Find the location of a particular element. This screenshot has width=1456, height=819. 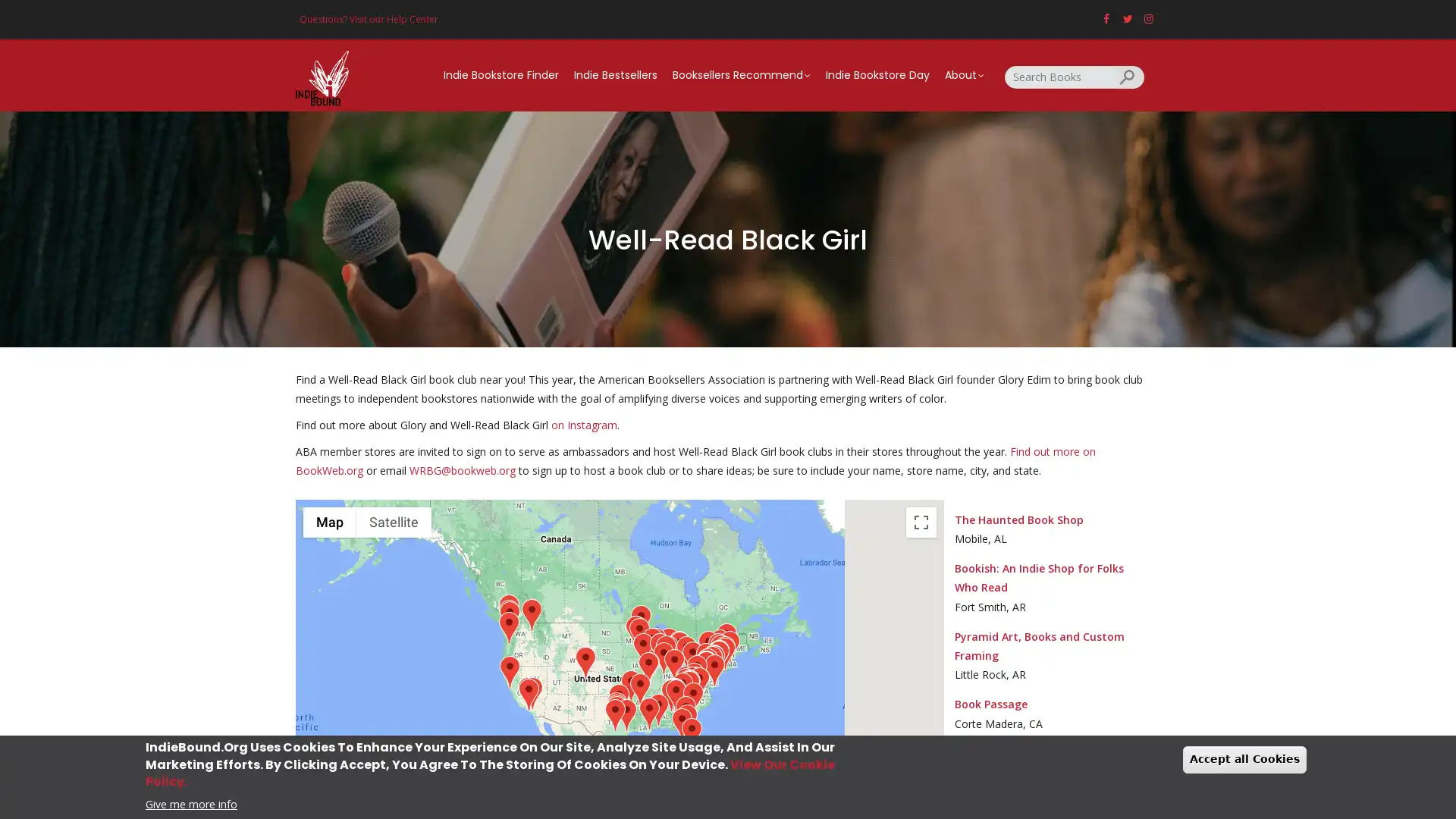

Bel Canto Books is located at coordinates (528, 694).